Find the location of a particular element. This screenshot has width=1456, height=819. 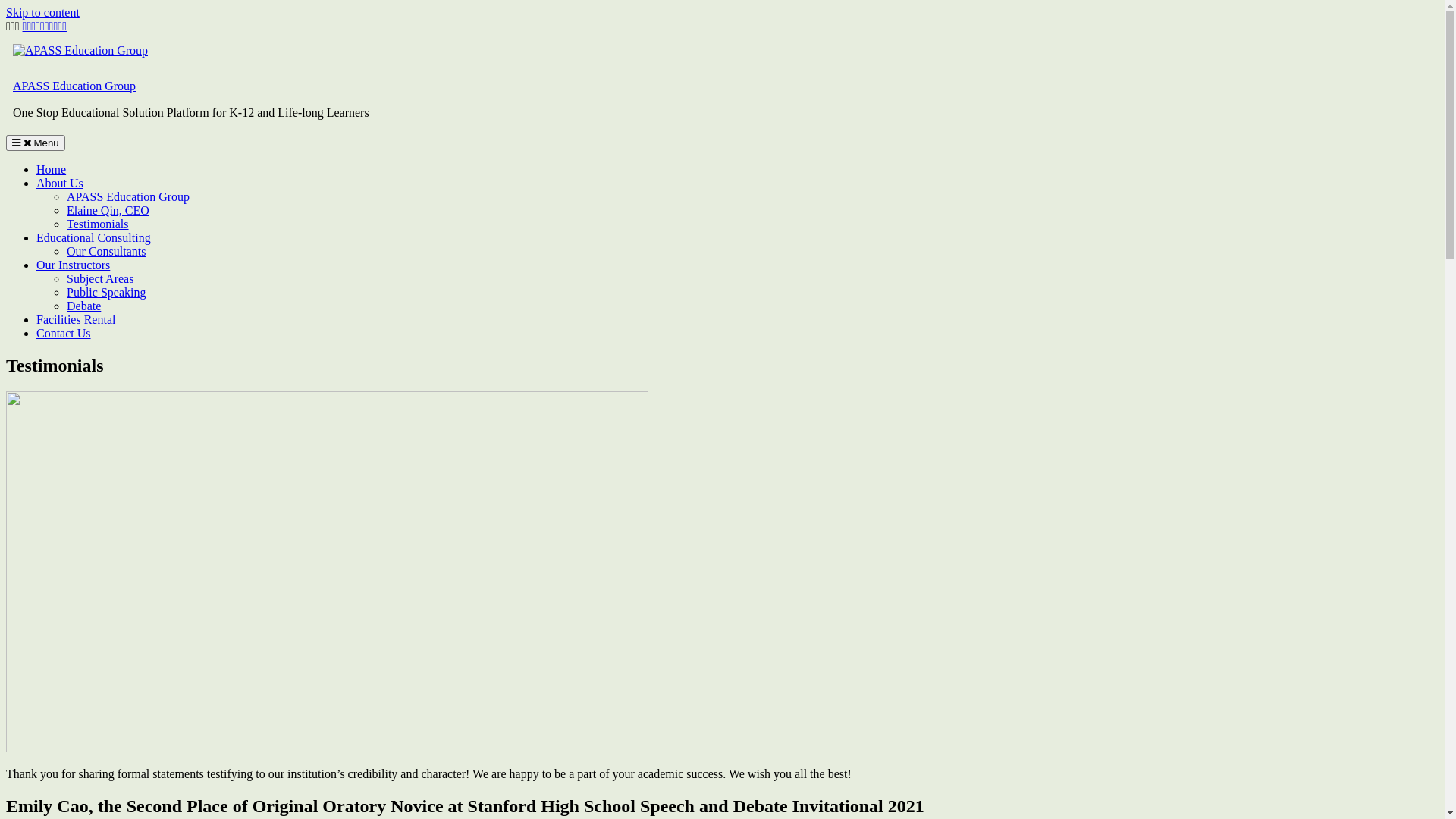

'Contact Us' is located at coordinates (62, 332).